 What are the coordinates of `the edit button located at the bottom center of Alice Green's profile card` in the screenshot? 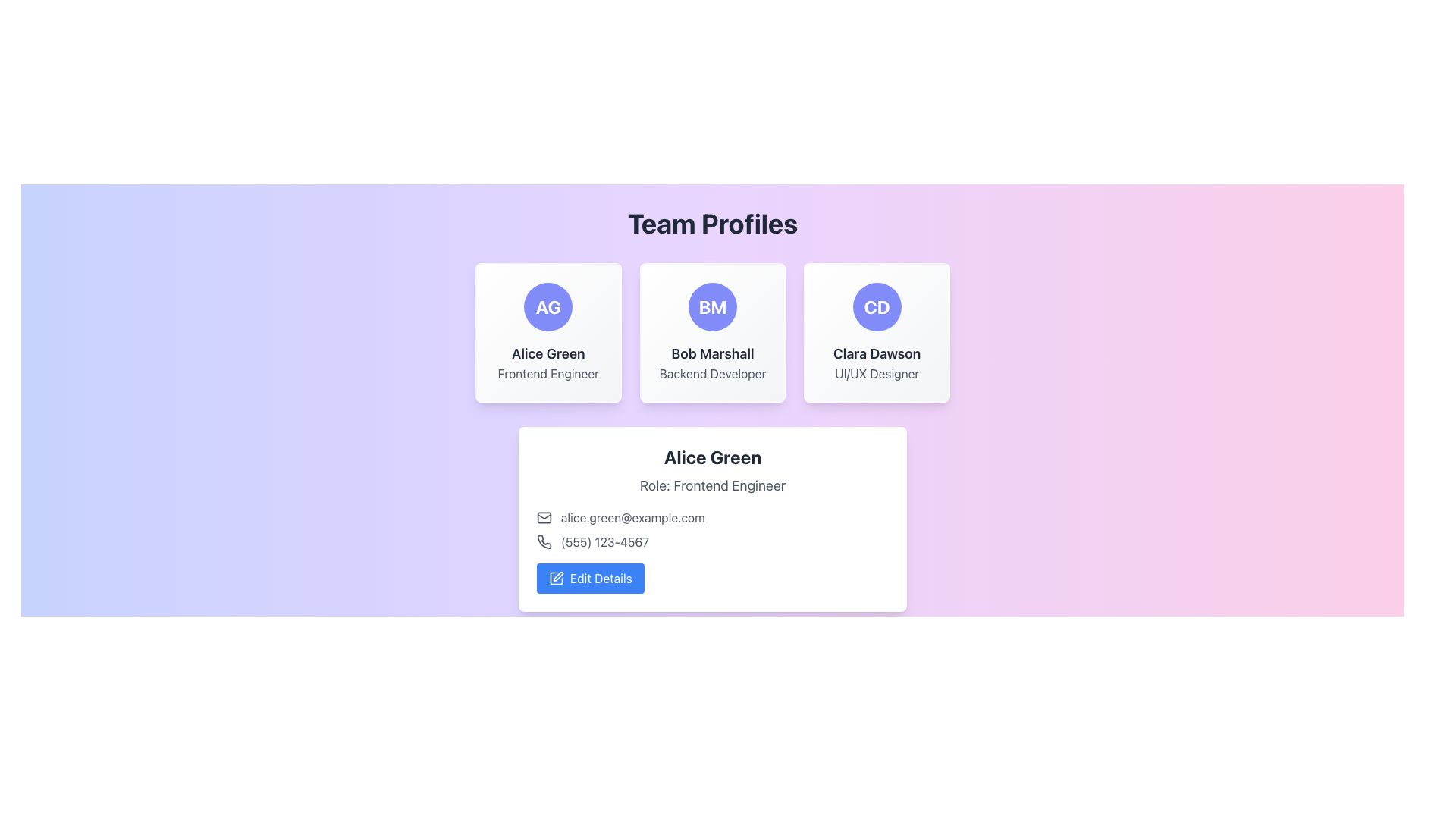 It's located at (589, 579).